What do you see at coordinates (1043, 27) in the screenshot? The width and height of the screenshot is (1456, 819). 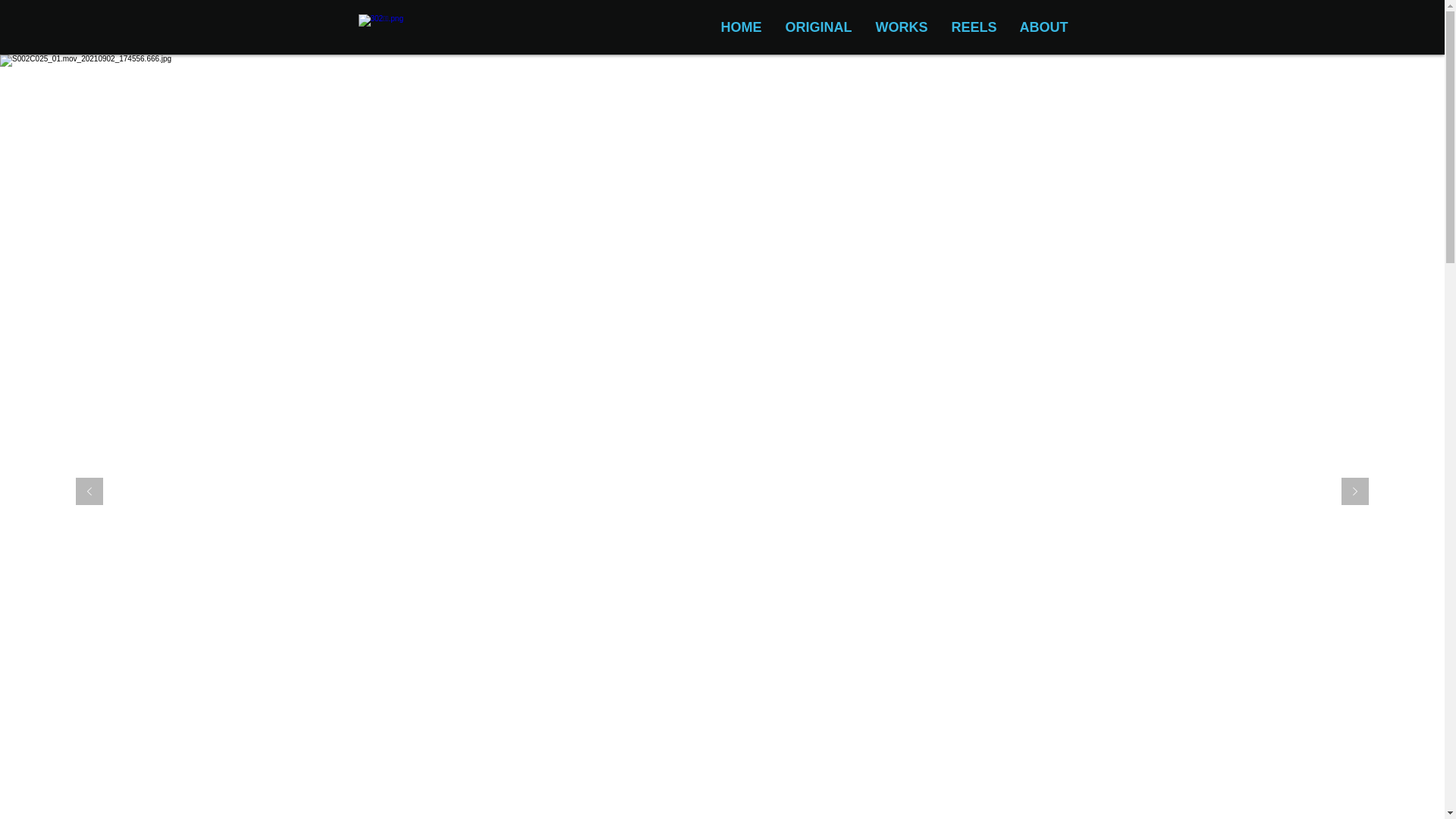 I see `'ABOUT'` at bounding box center [1043, 27].